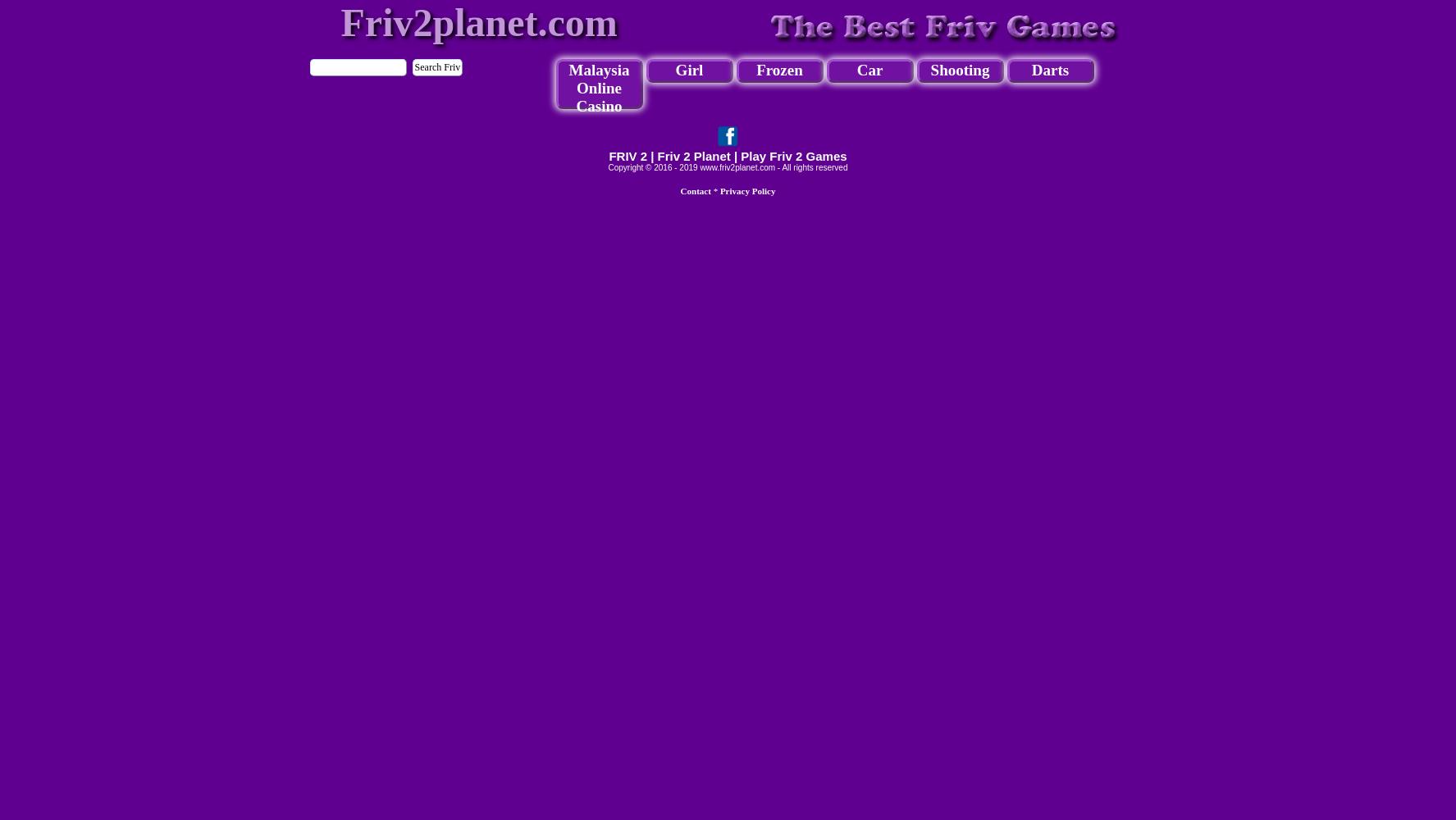 Image resolution: width=1456 pixels, height=820 pixels. Describe the element at coordinates (746, 190) in the screenshot. I see `'Privacy Policy'` at that location.